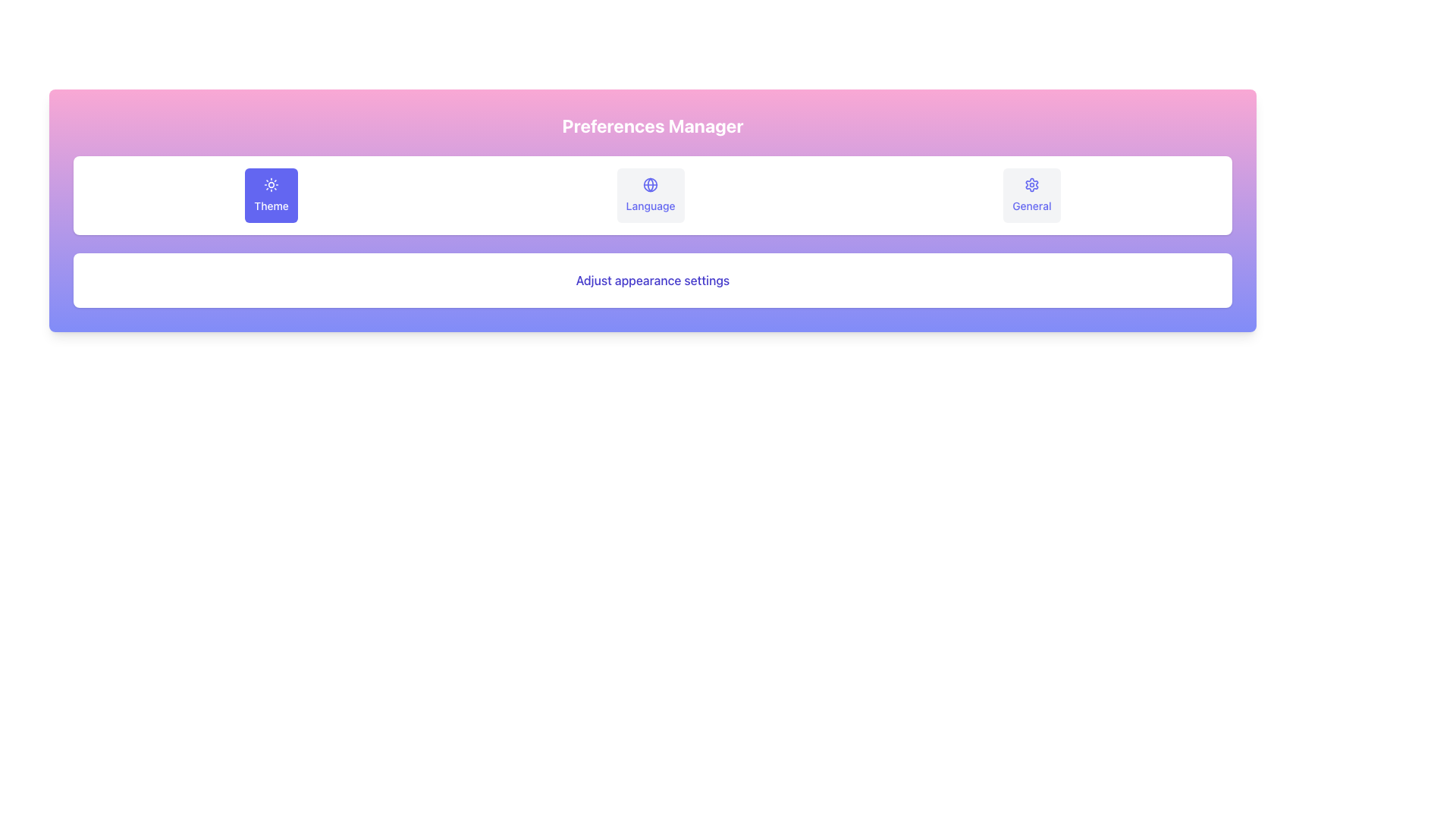 This screenshot has width=1456, height=819. What do you see at coordinates (651, 195) in the screenshot?
I see `the 'Language' button with a globe icon in the Preferences Manager interface` at bounding box center [651, 195].